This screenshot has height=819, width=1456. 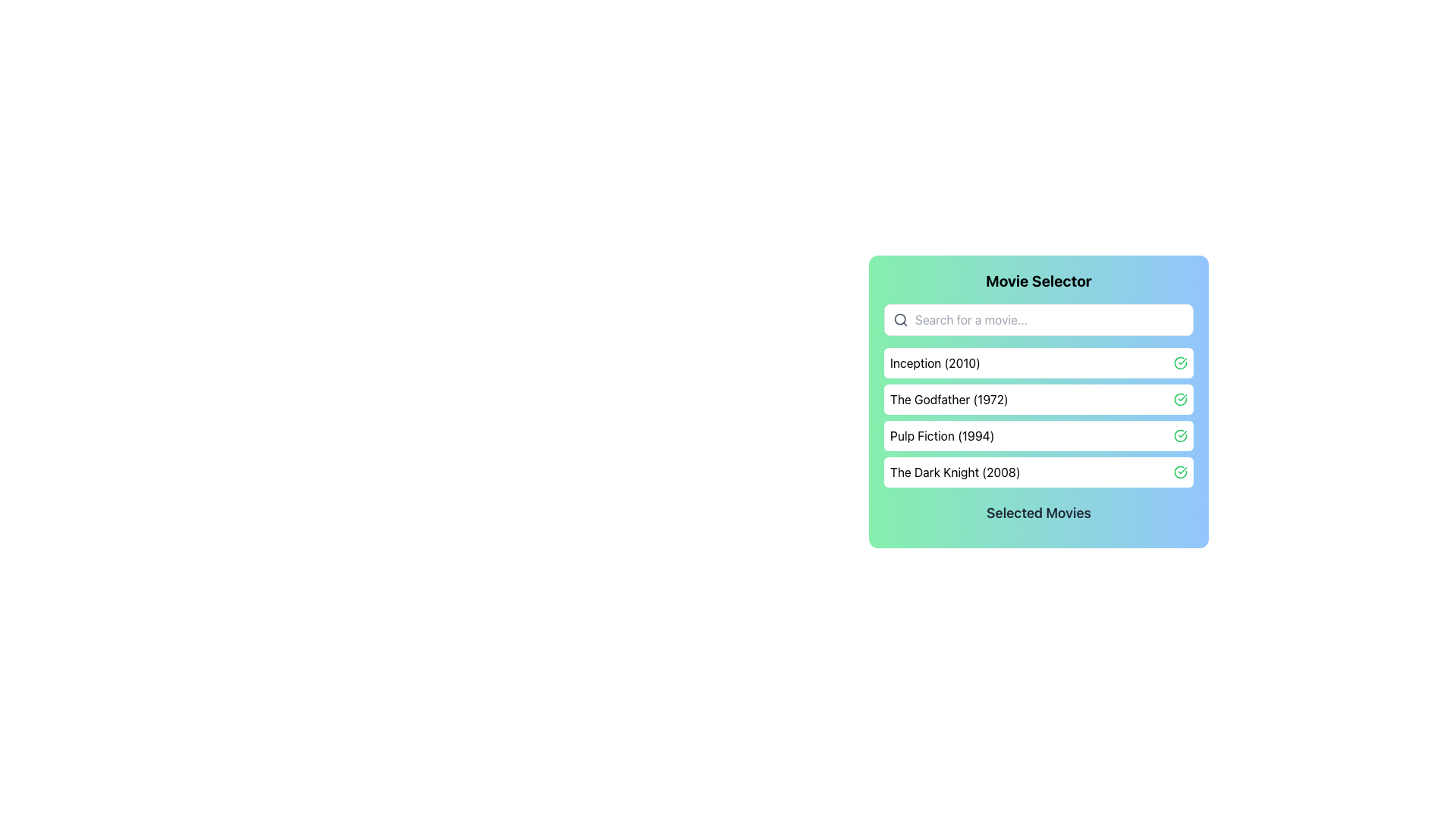 I want to click on the green circular icon with a checkmark next to 'The Godfather (1972)' in the movie list, so click(x=1179, y=362).